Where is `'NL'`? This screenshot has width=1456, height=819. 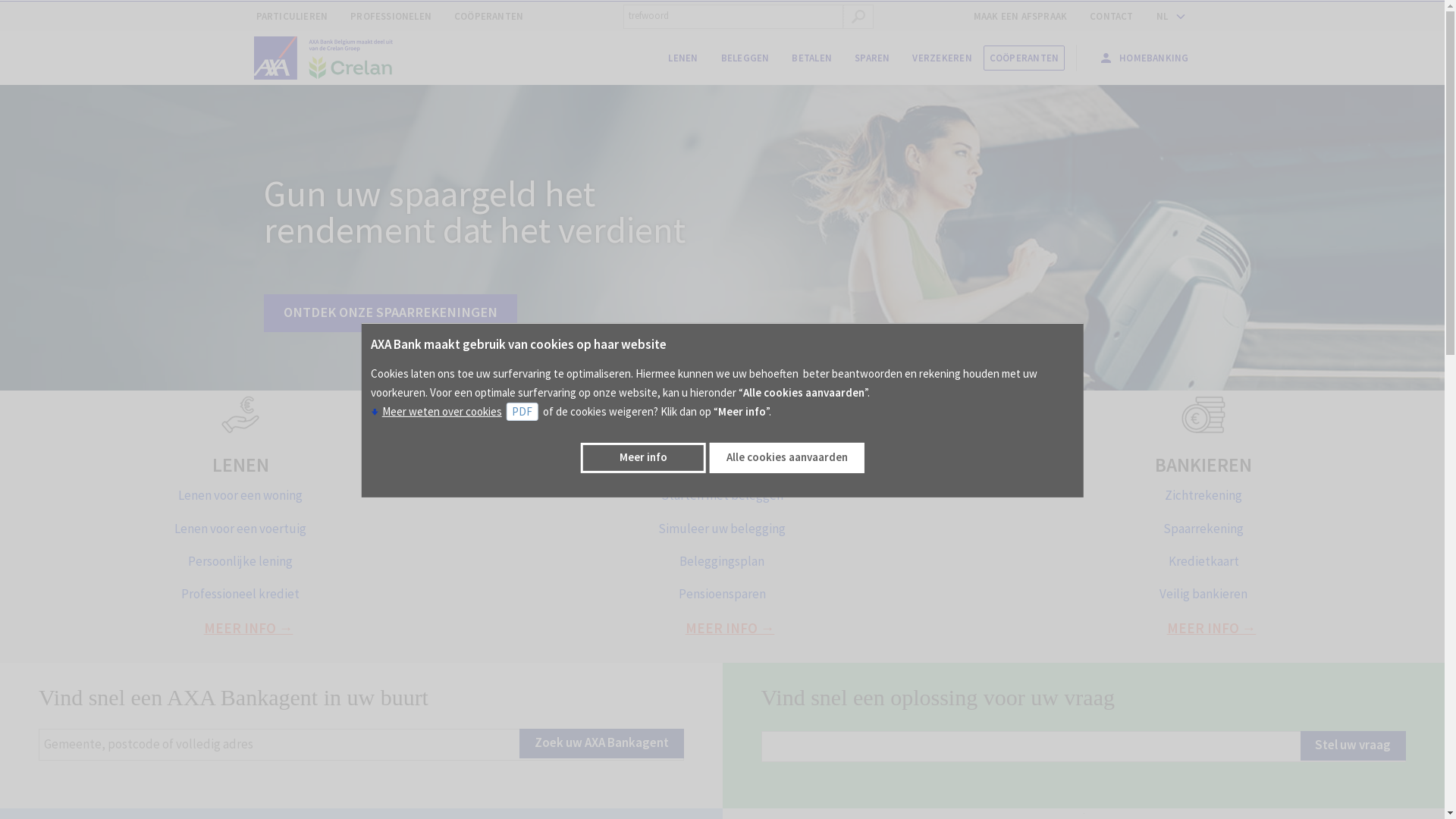 'NL' is located at coordinates (1167, 17).